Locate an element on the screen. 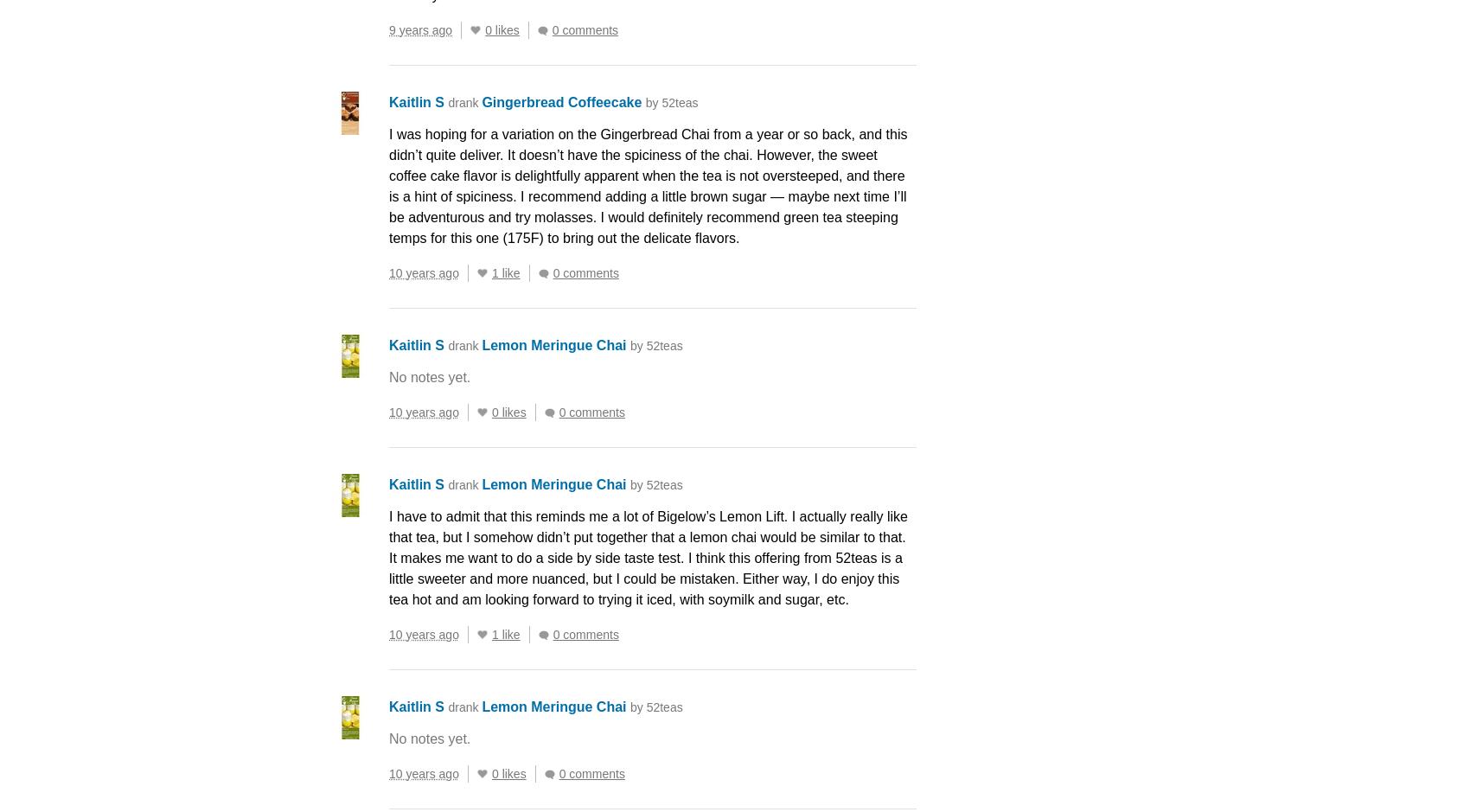  'Gingerbread Coffeecake' is located at coordinates (563, 101).